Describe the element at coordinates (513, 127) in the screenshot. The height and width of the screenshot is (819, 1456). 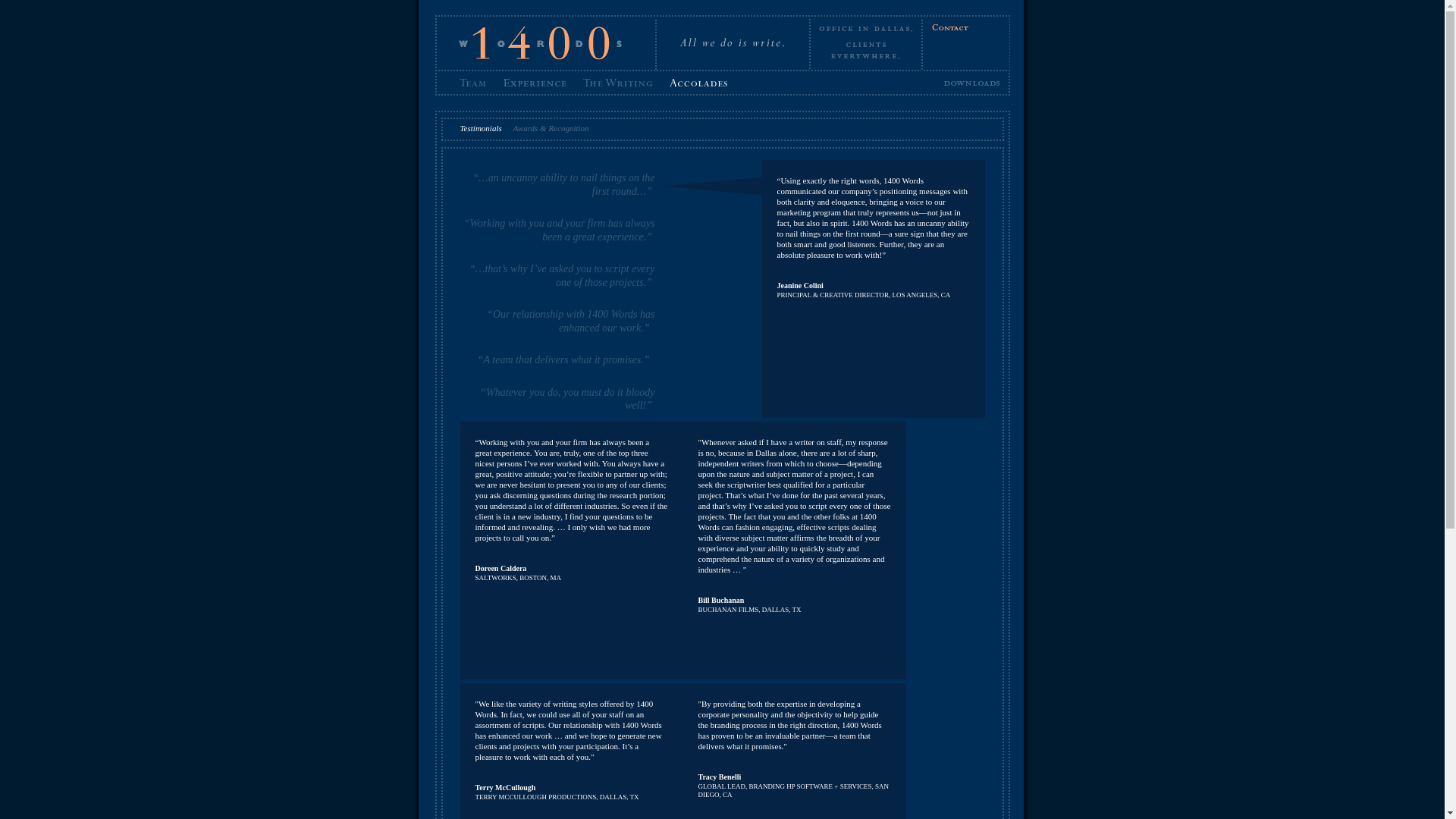
I see `'Awards & Recognition'` at that location.